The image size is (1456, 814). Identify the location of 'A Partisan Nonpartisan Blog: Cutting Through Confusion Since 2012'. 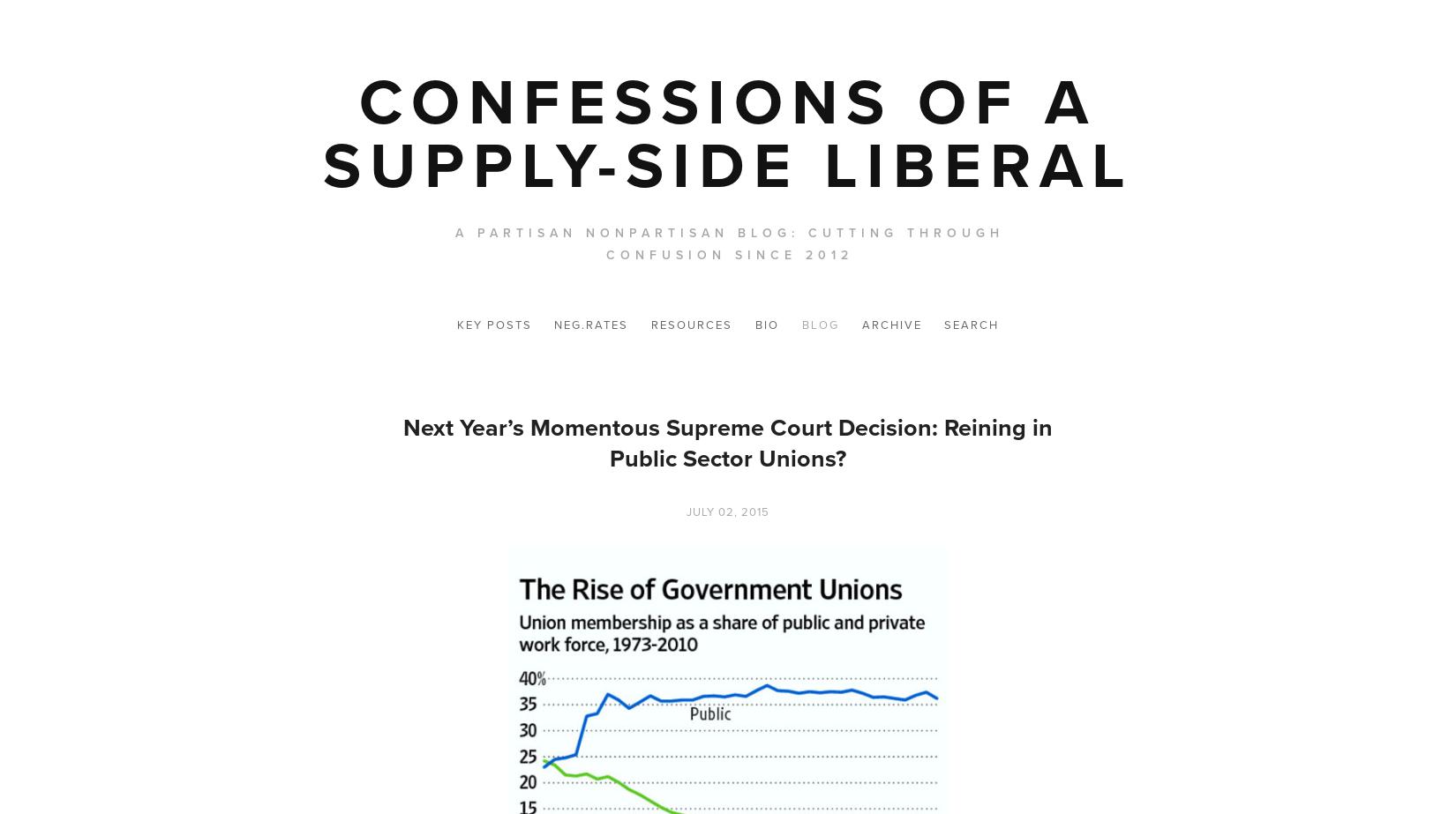
(728, 243).